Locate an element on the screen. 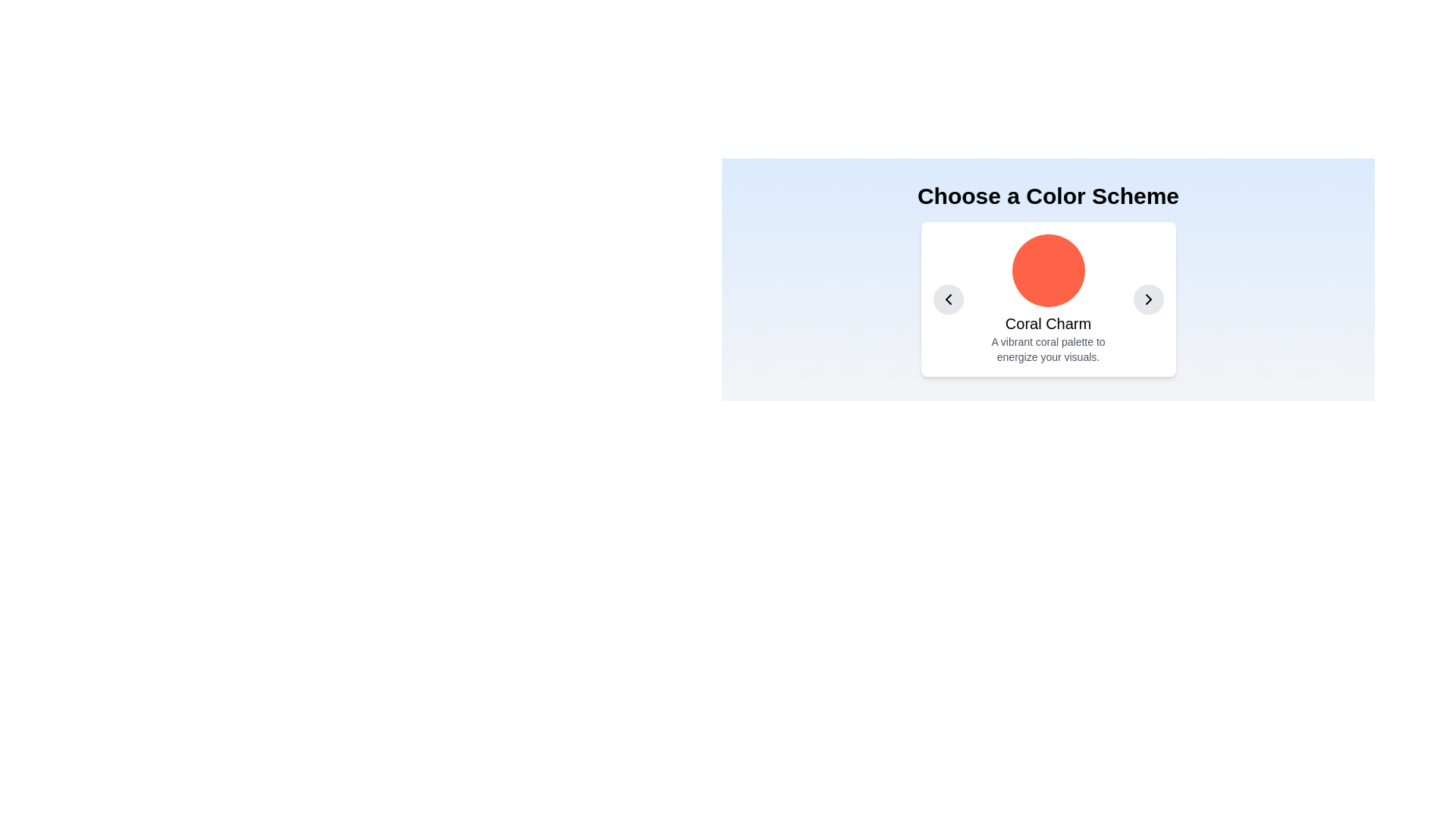 The width and height of the screenshot is (1456, 819). the 'Coral Charm' color palette theme card, which is part of a carousel layout and is positioned centrally in the interface is located at coordinates (1047, 299).